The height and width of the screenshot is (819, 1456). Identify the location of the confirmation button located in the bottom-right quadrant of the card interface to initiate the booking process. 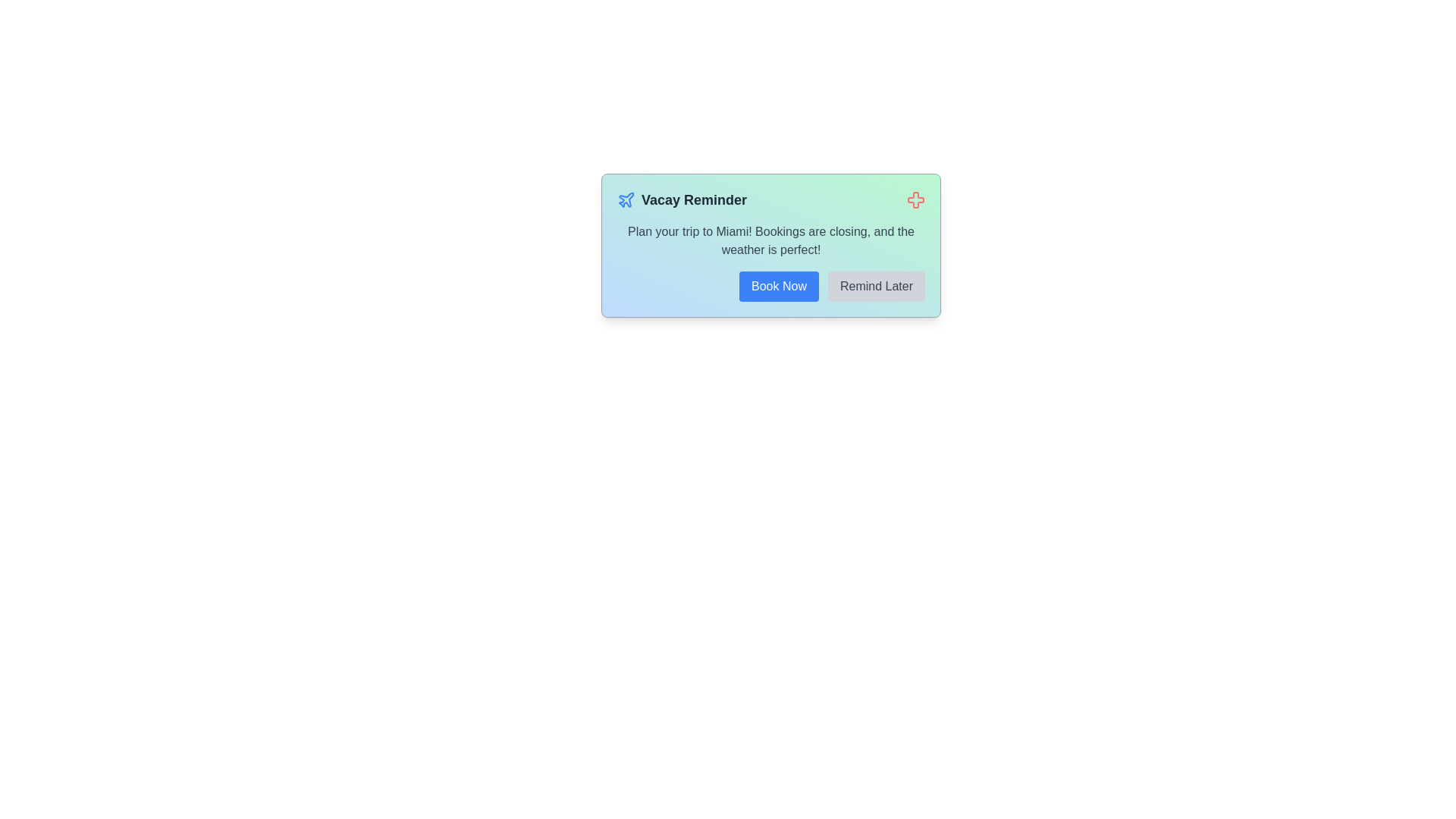
(779, 287).